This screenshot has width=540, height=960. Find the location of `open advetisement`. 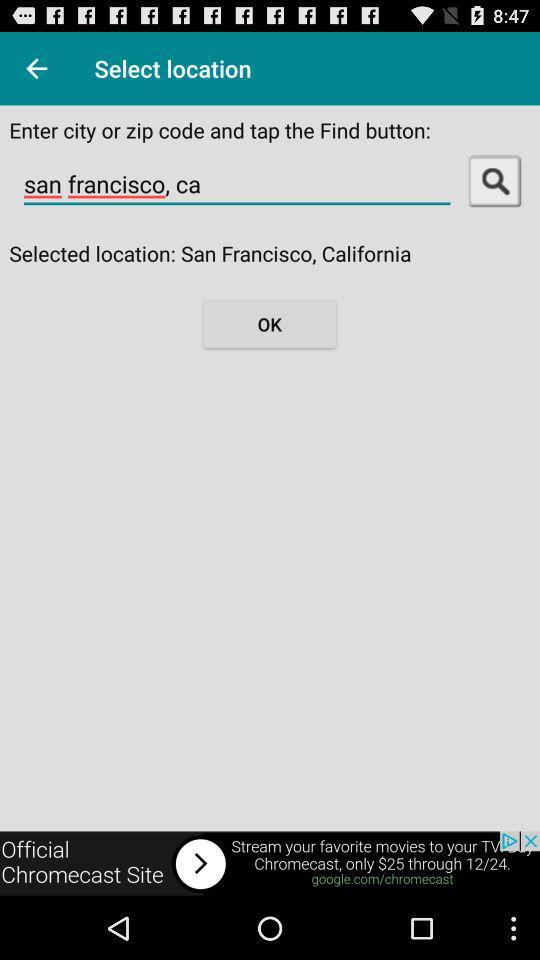

open advetisement is located at coordinates (270, 863).